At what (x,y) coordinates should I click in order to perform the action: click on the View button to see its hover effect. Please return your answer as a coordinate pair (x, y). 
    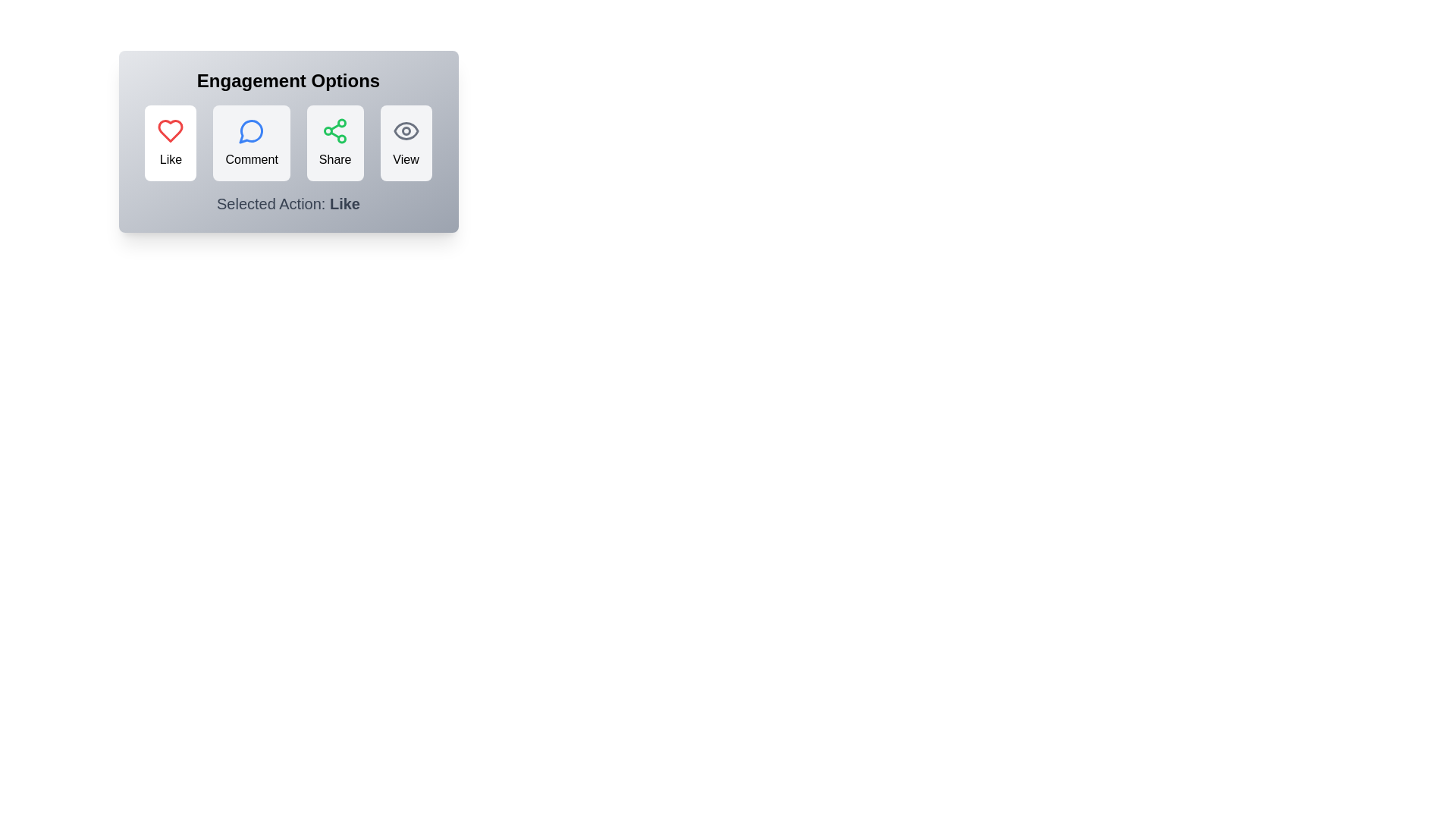
    Looking at the image, I should click on (406, 143).